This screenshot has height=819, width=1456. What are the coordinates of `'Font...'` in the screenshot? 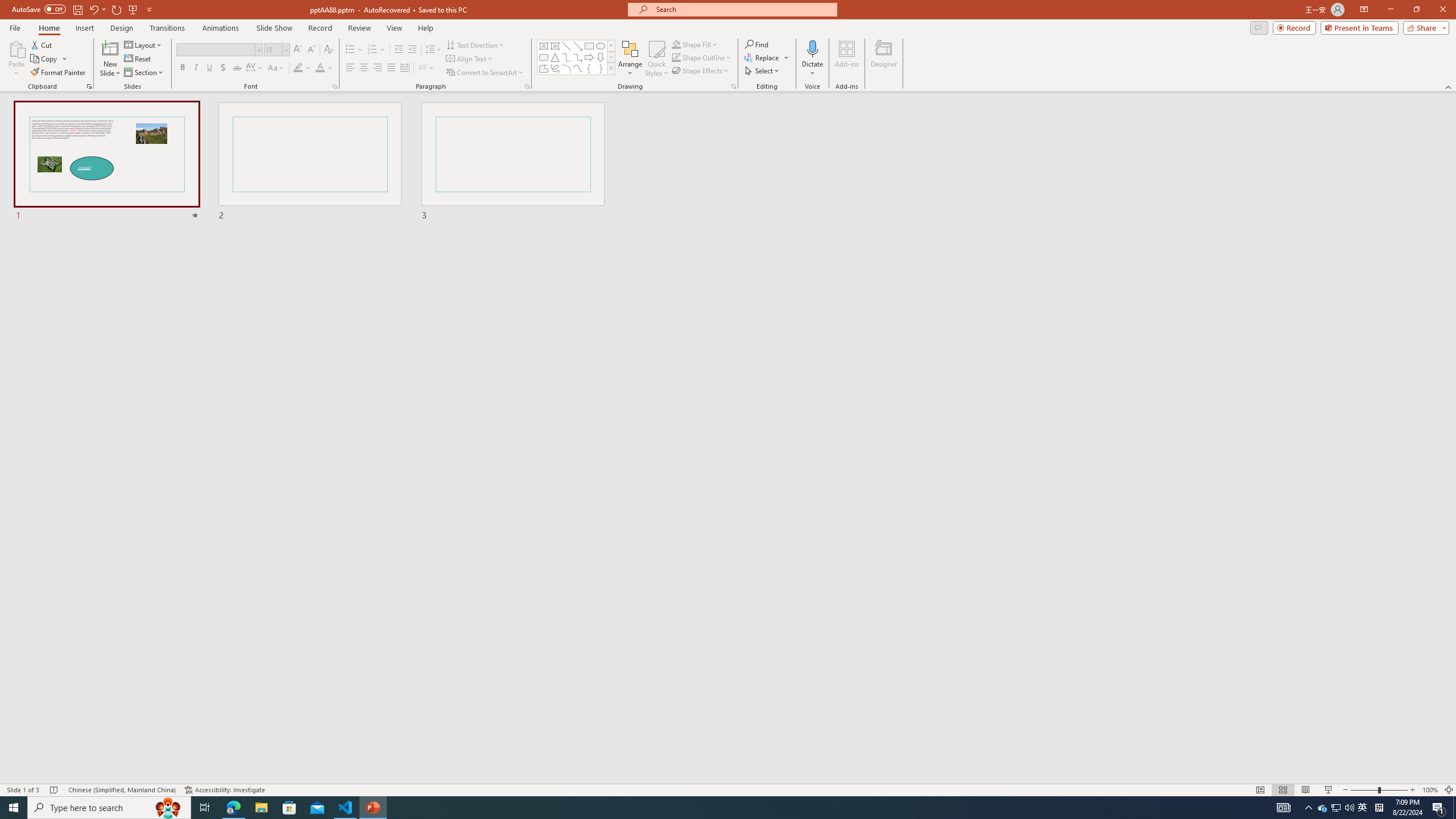 It's located at (334, 85).